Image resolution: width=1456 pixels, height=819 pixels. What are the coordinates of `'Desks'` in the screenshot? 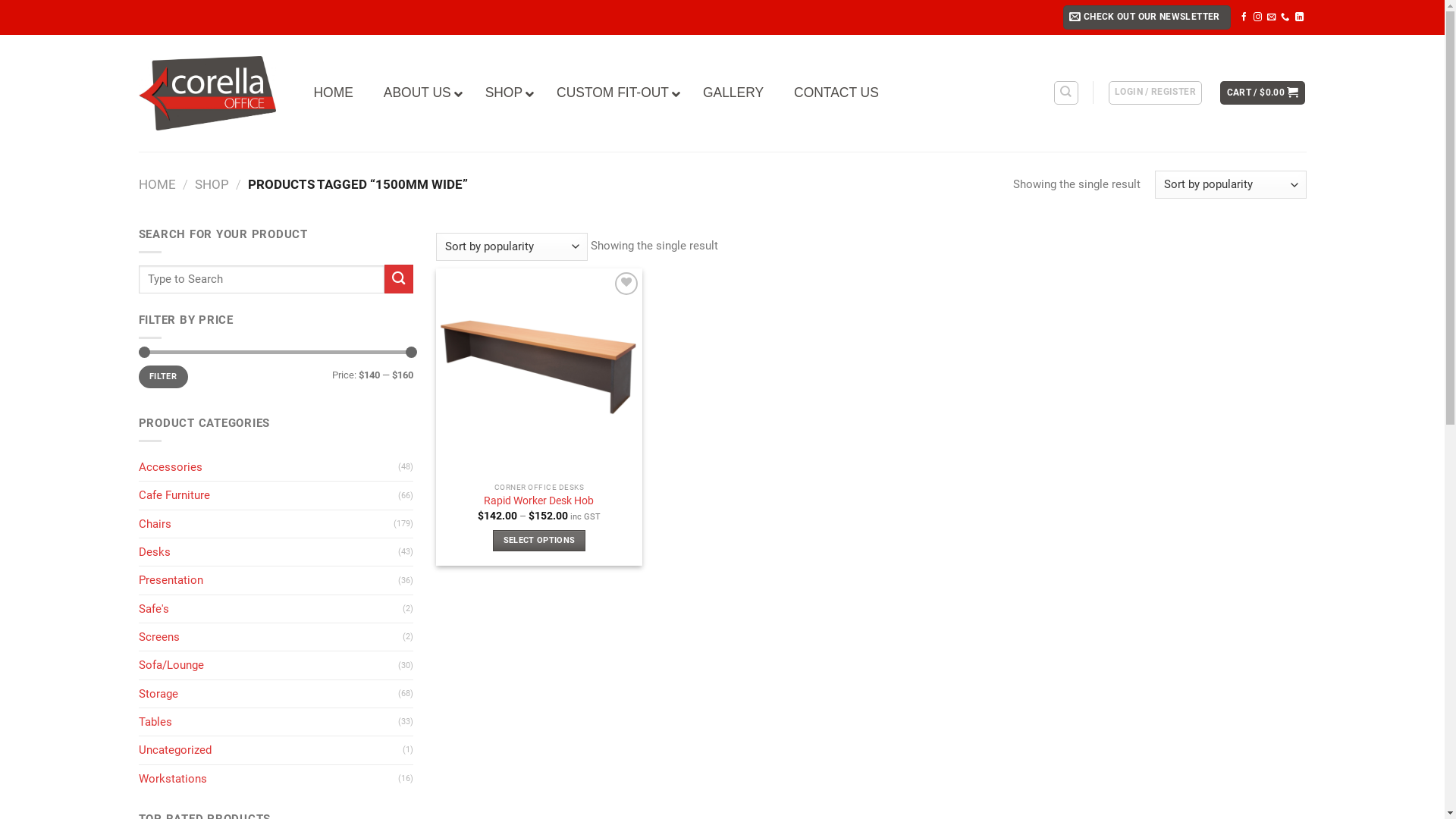 It's located at (268, 552).